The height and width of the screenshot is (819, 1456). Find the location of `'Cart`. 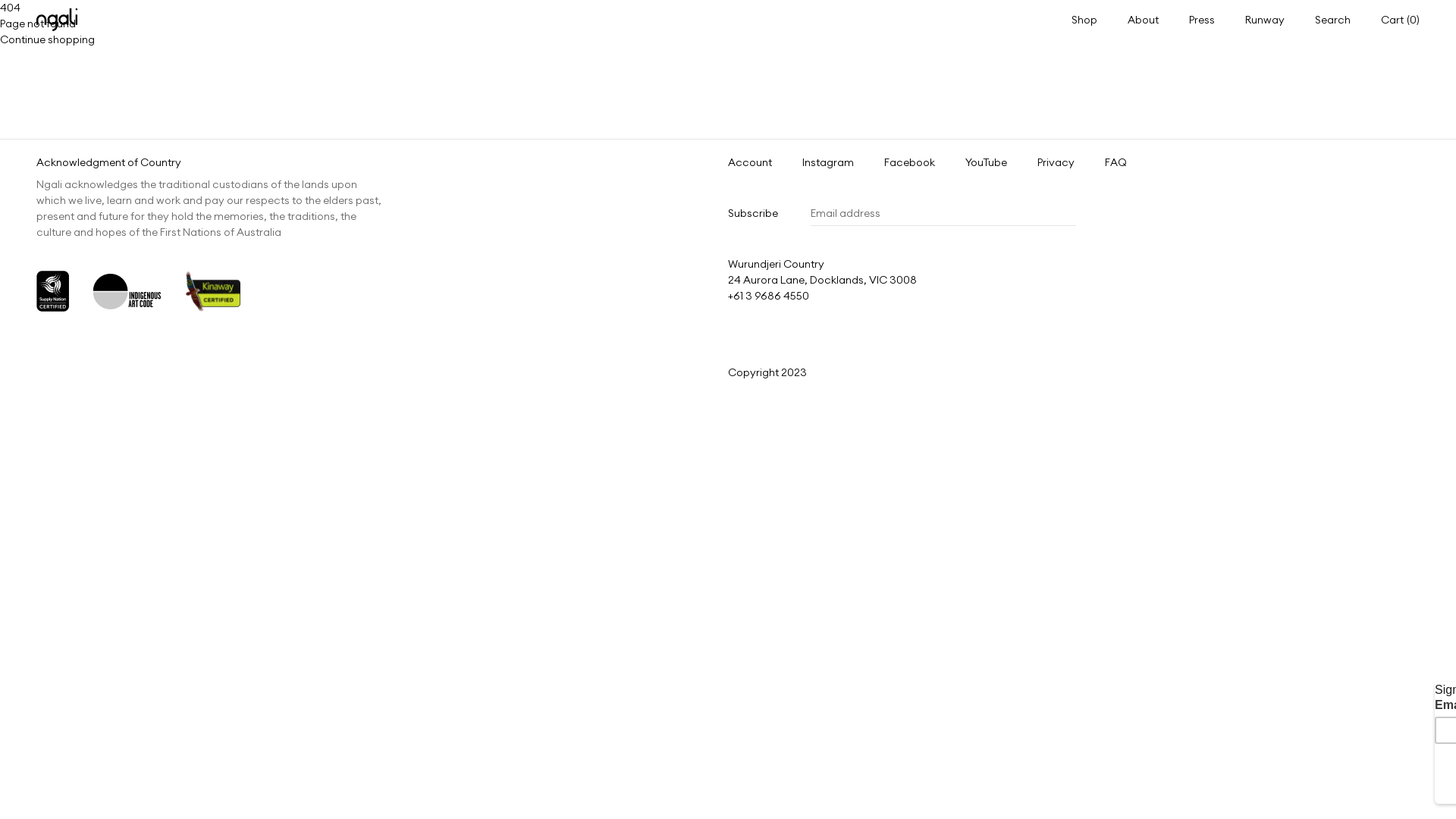

'Cart is located at coordinates (1399, 20).